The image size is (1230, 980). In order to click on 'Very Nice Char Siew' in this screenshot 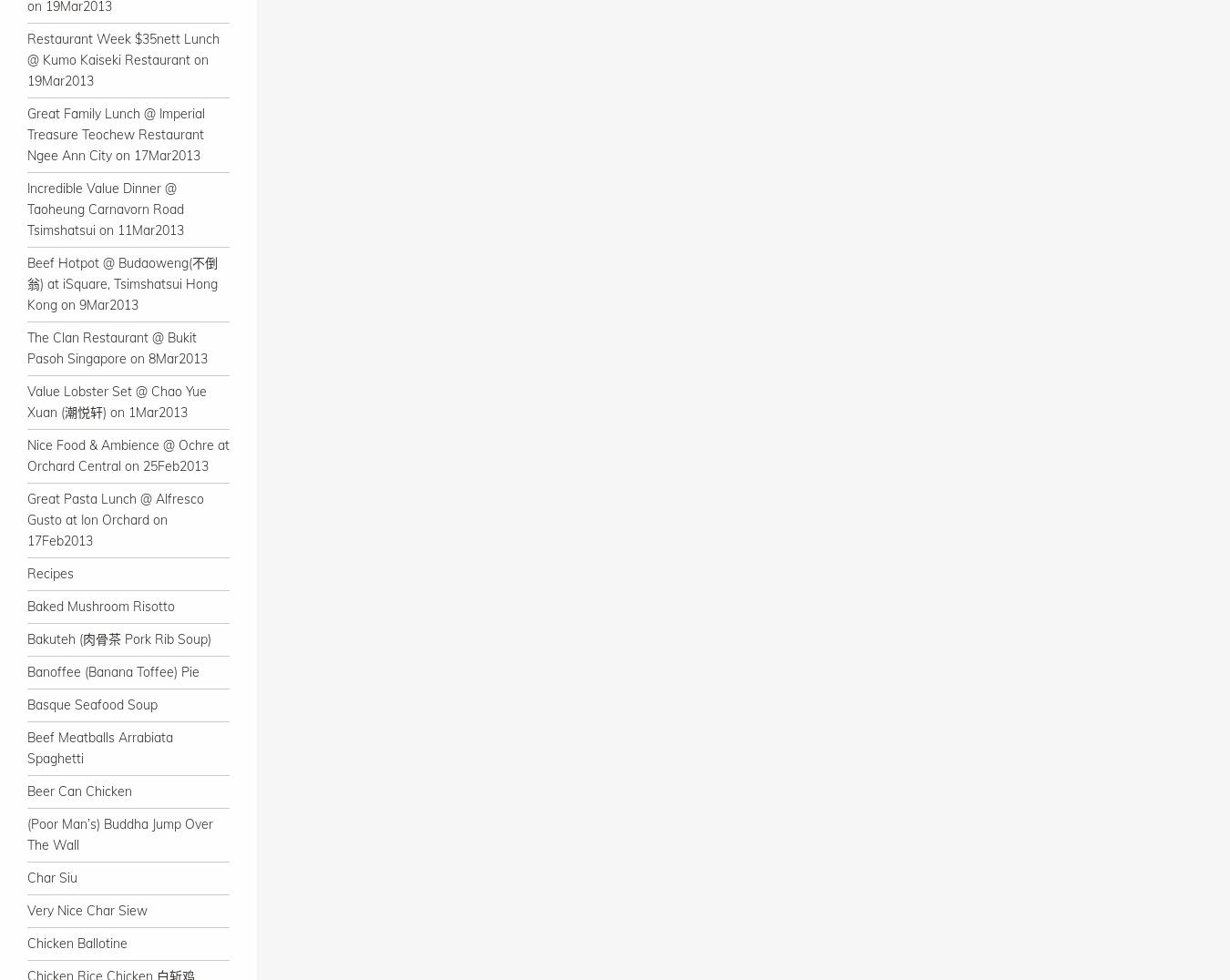, I will do `click(86, 910)`.